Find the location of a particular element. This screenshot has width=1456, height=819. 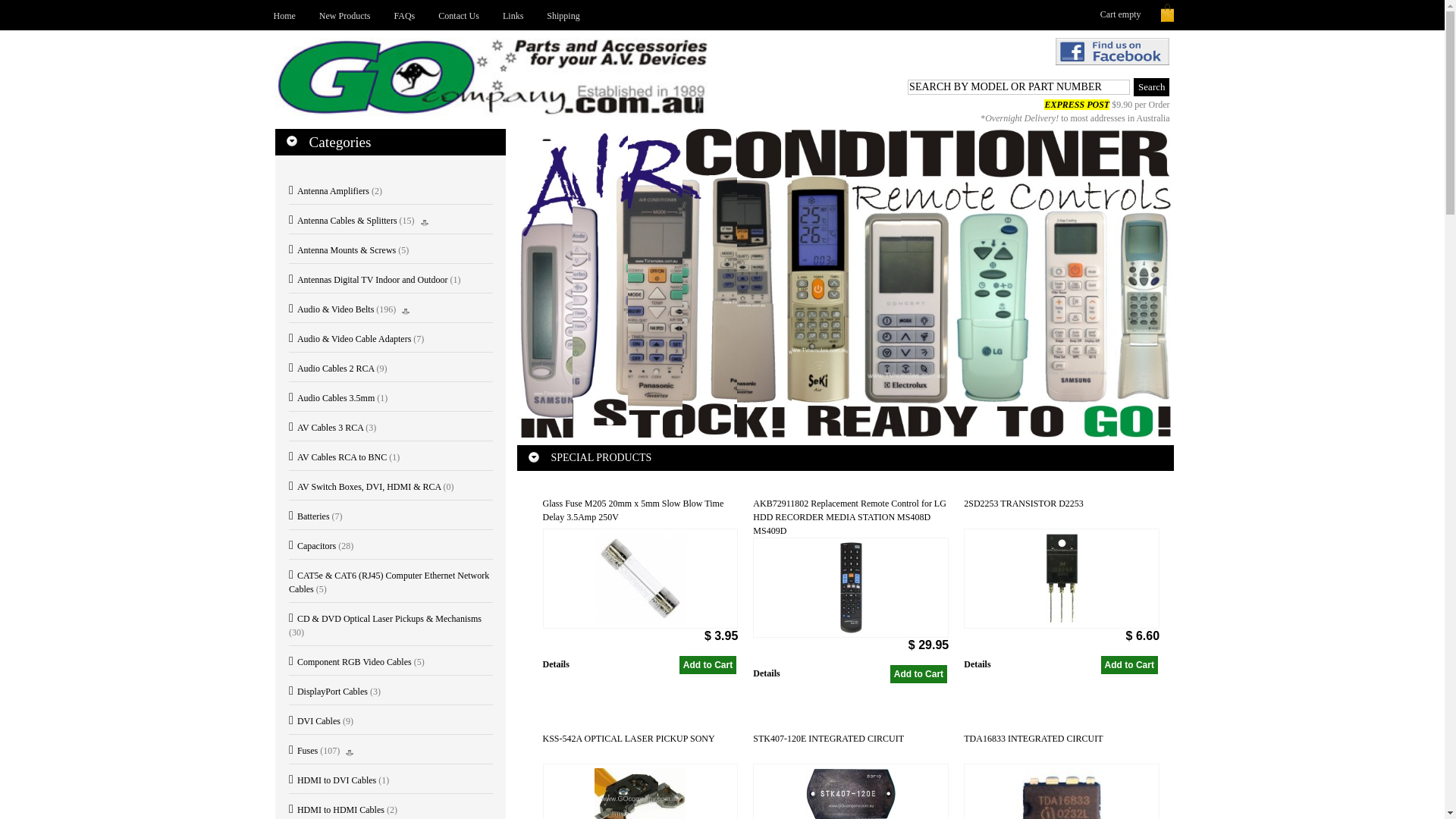

'AV Cables 3 RCA' is located at coordinates (325, 427).